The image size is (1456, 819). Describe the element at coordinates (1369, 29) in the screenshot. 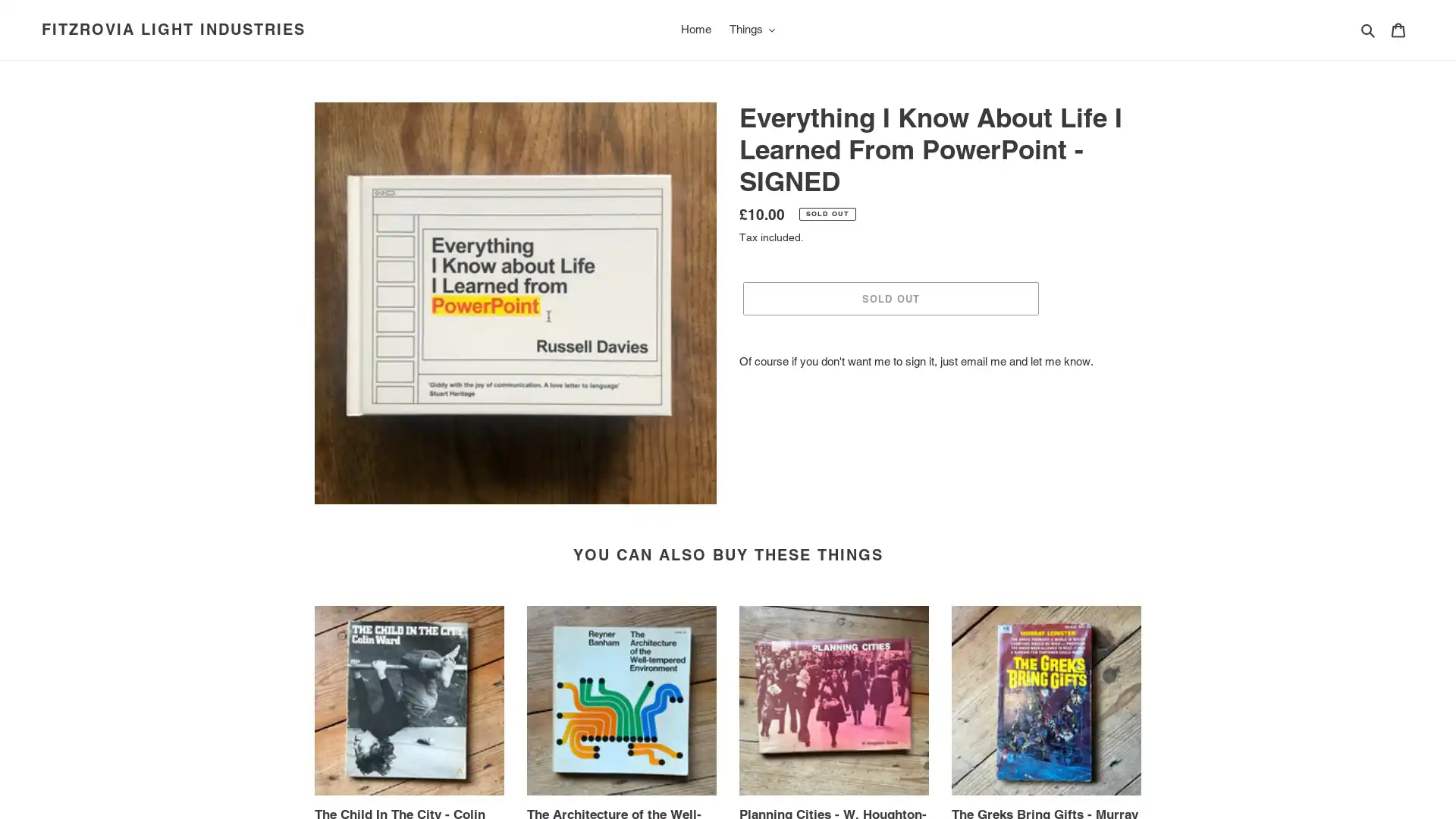

I see `Search` at that location.